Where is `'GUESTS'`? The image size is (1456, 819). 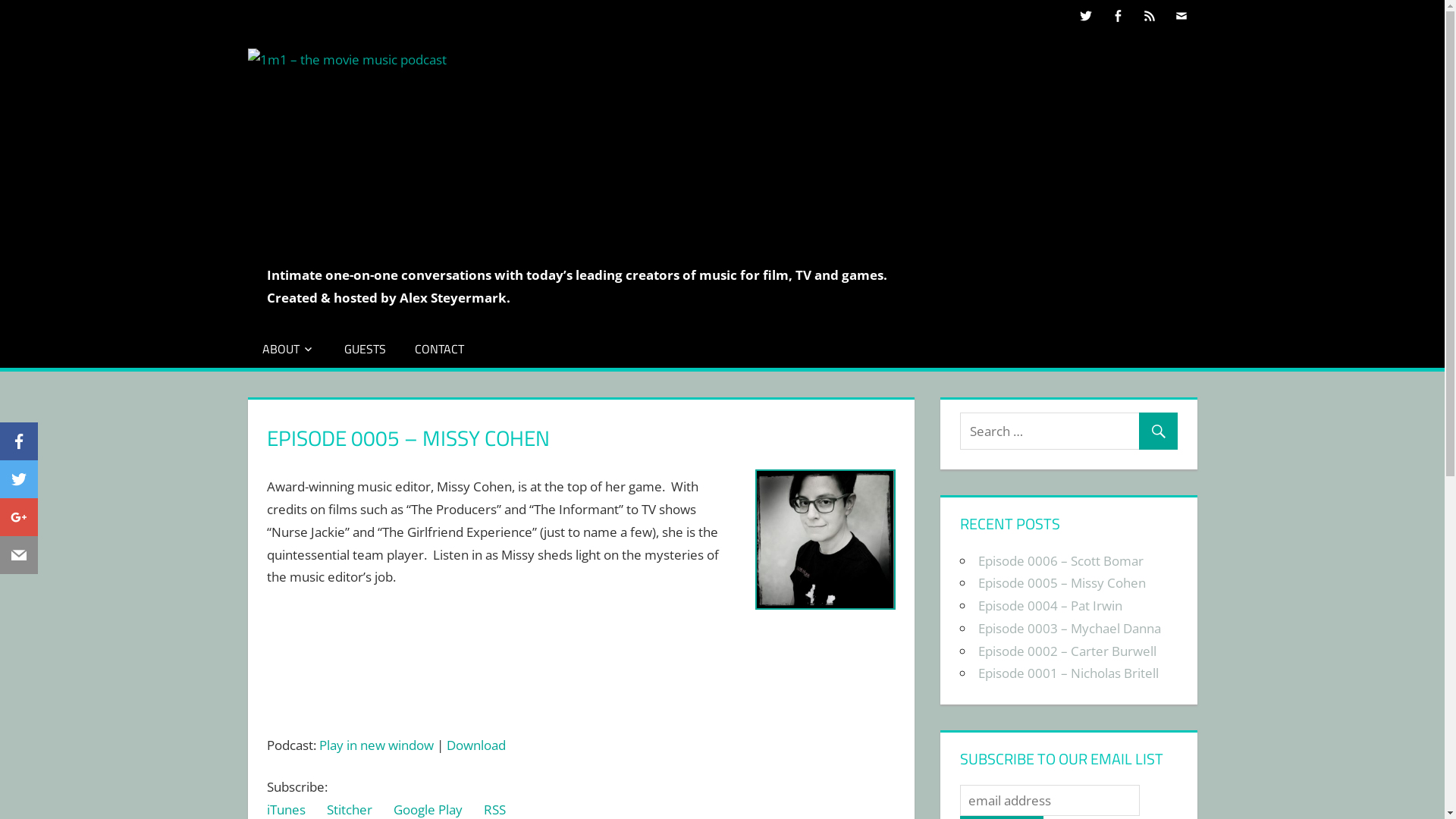 'GUESTS' is located at coordinates (365, 348).